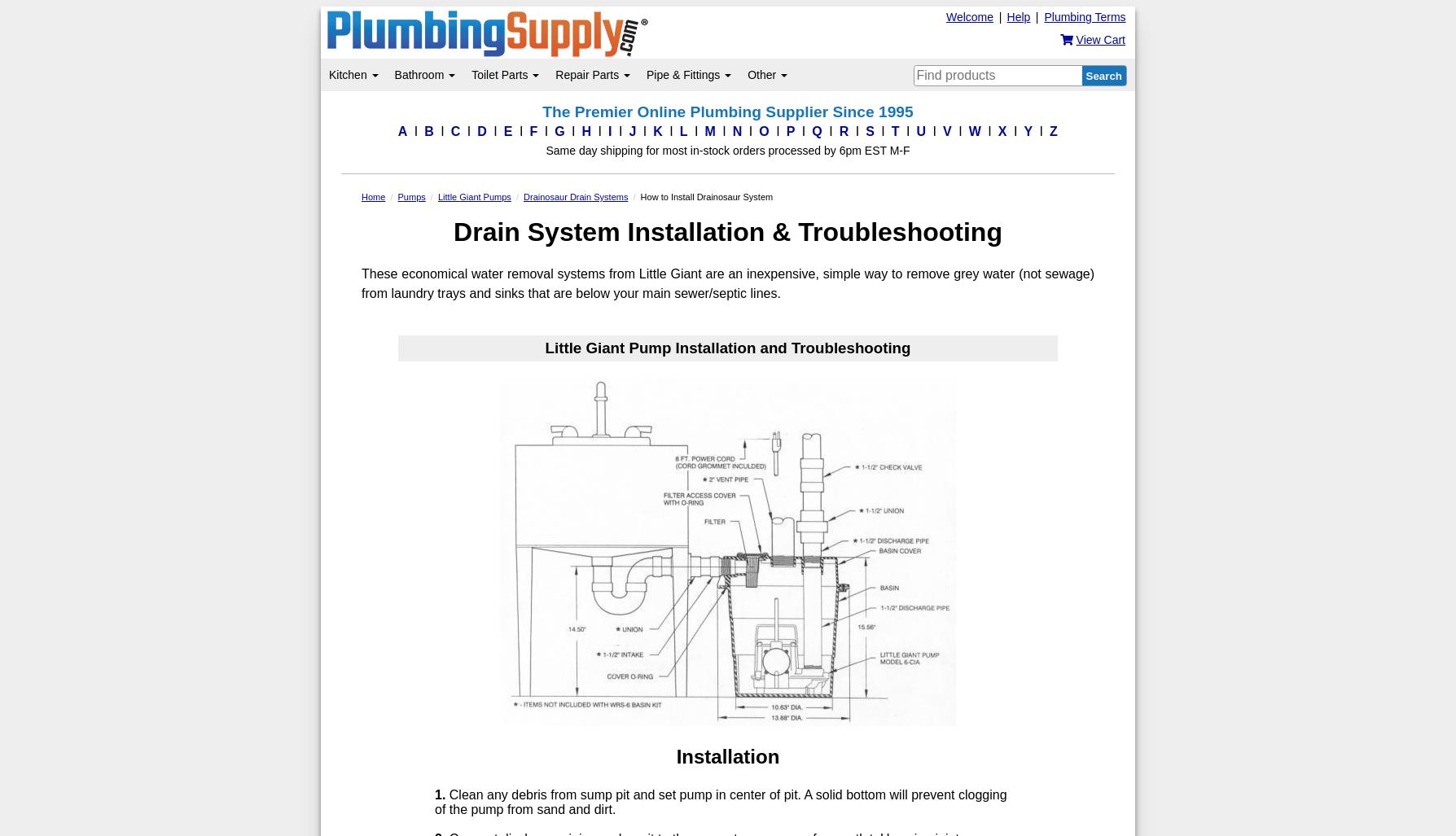 The image size is (1456, 836). I want to click on 'E', so click(507, 131).